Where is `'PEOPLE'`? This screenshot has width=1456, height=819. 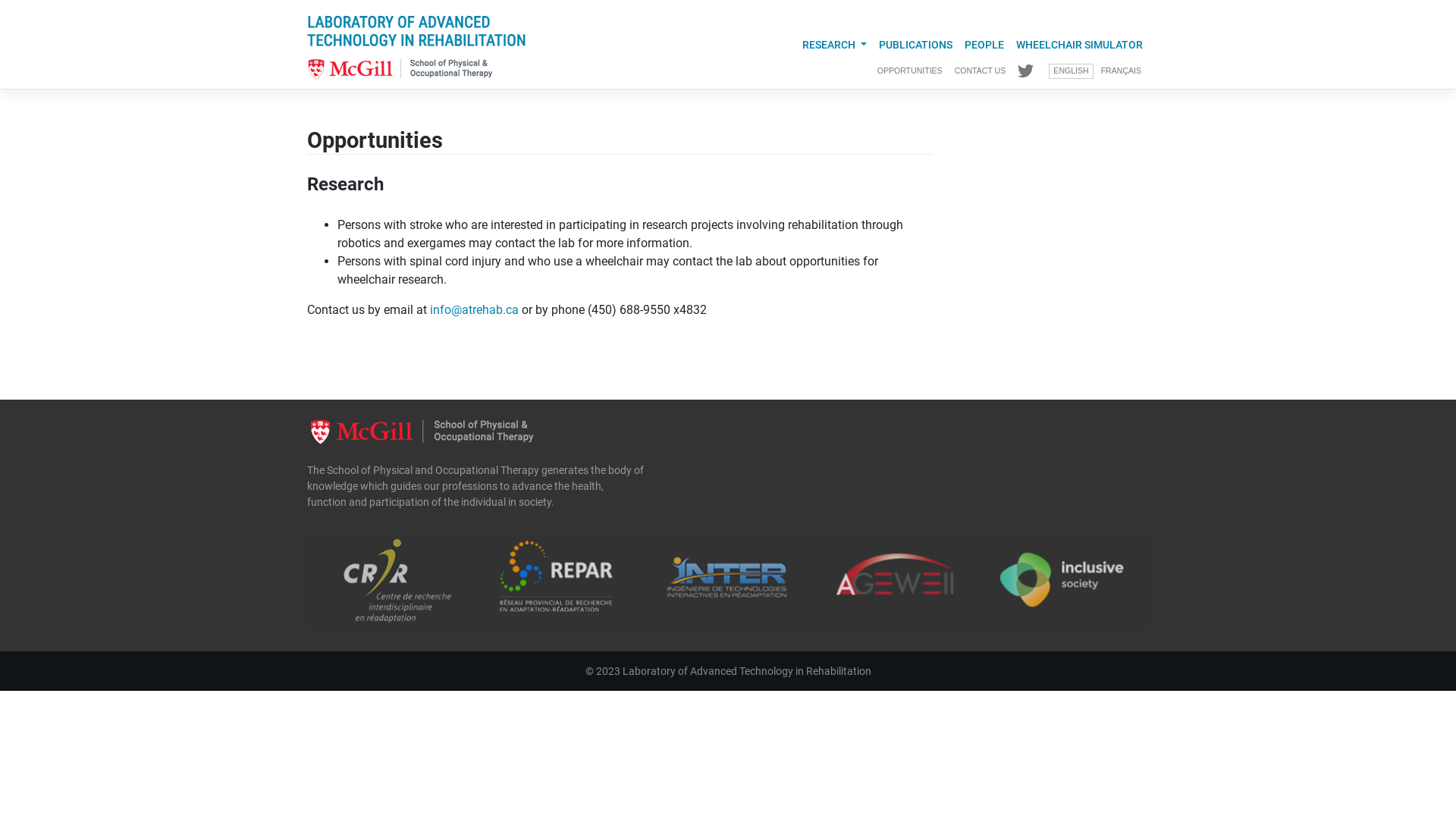
'PEOPLE' is located at coordinates (984, 44).